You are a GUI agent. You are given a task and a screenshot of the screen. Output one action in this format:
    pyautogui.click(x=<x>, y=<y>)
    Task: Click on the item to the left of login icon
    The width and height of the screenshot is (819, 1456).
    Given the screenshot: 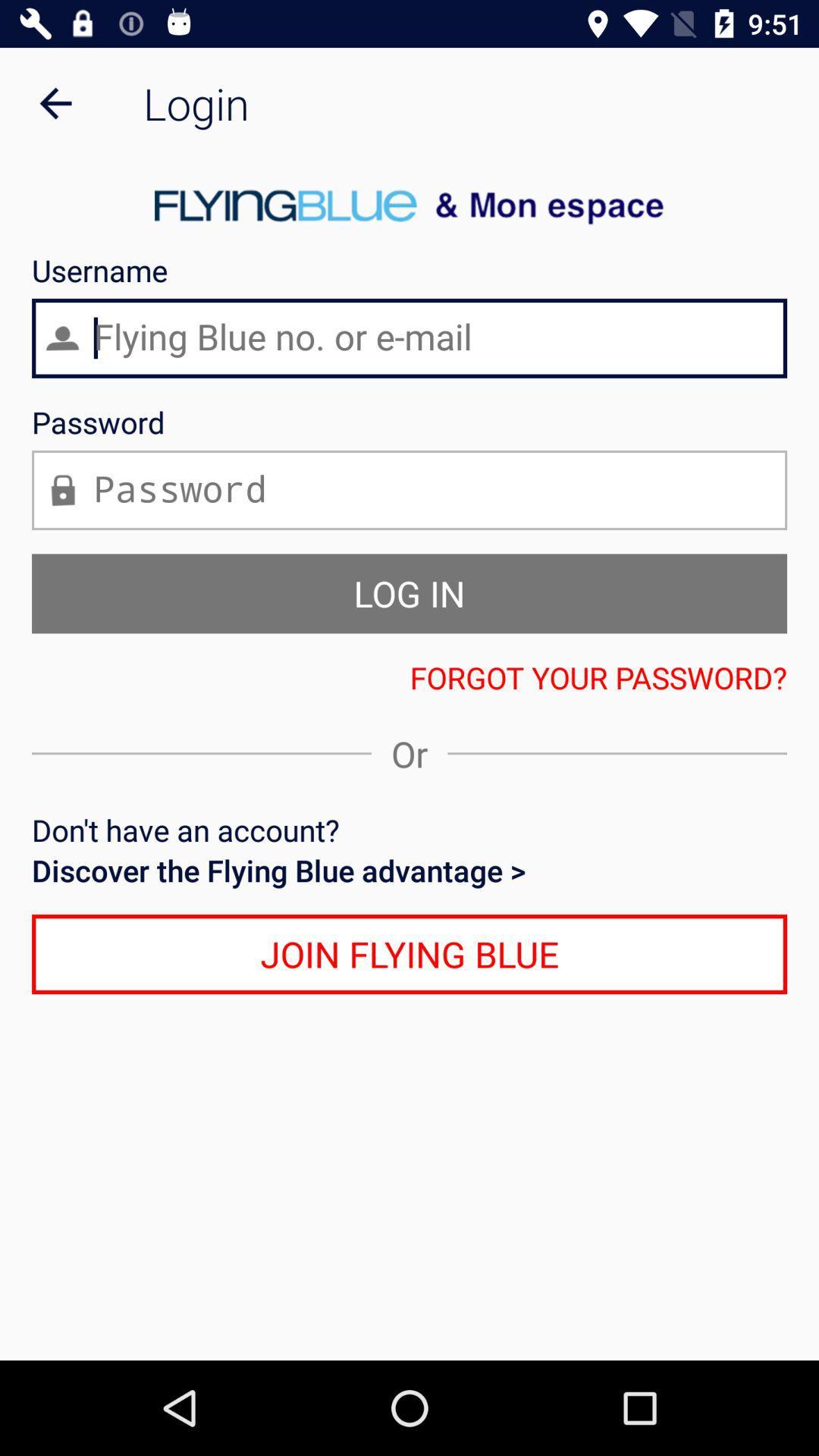 What is the action you would take?
    pyautogui.click(x=55, y=102)
    